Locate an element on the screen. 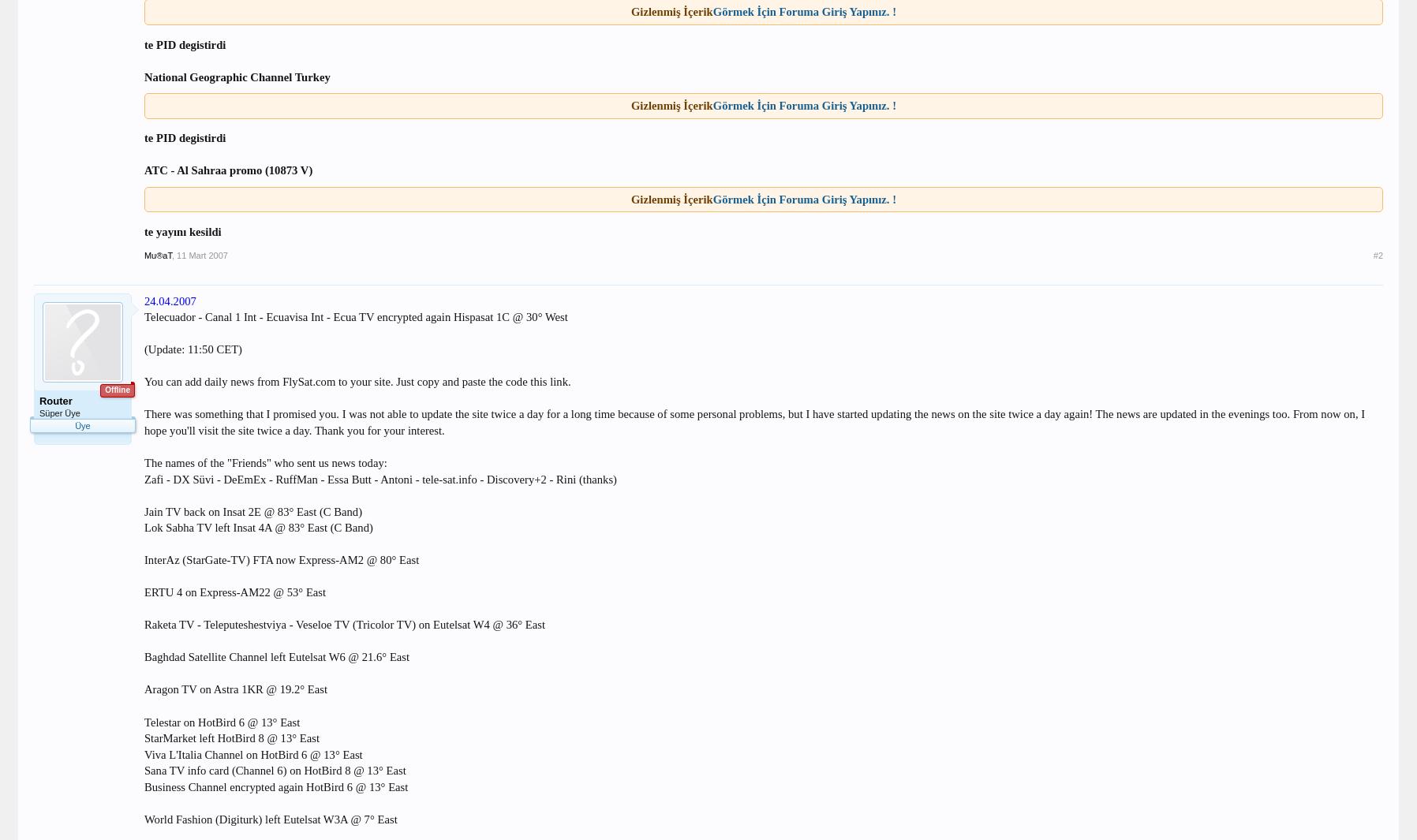 This screenshot has width=1417, height=840. 'Süper Üye' is located at coordinates (58, 412).